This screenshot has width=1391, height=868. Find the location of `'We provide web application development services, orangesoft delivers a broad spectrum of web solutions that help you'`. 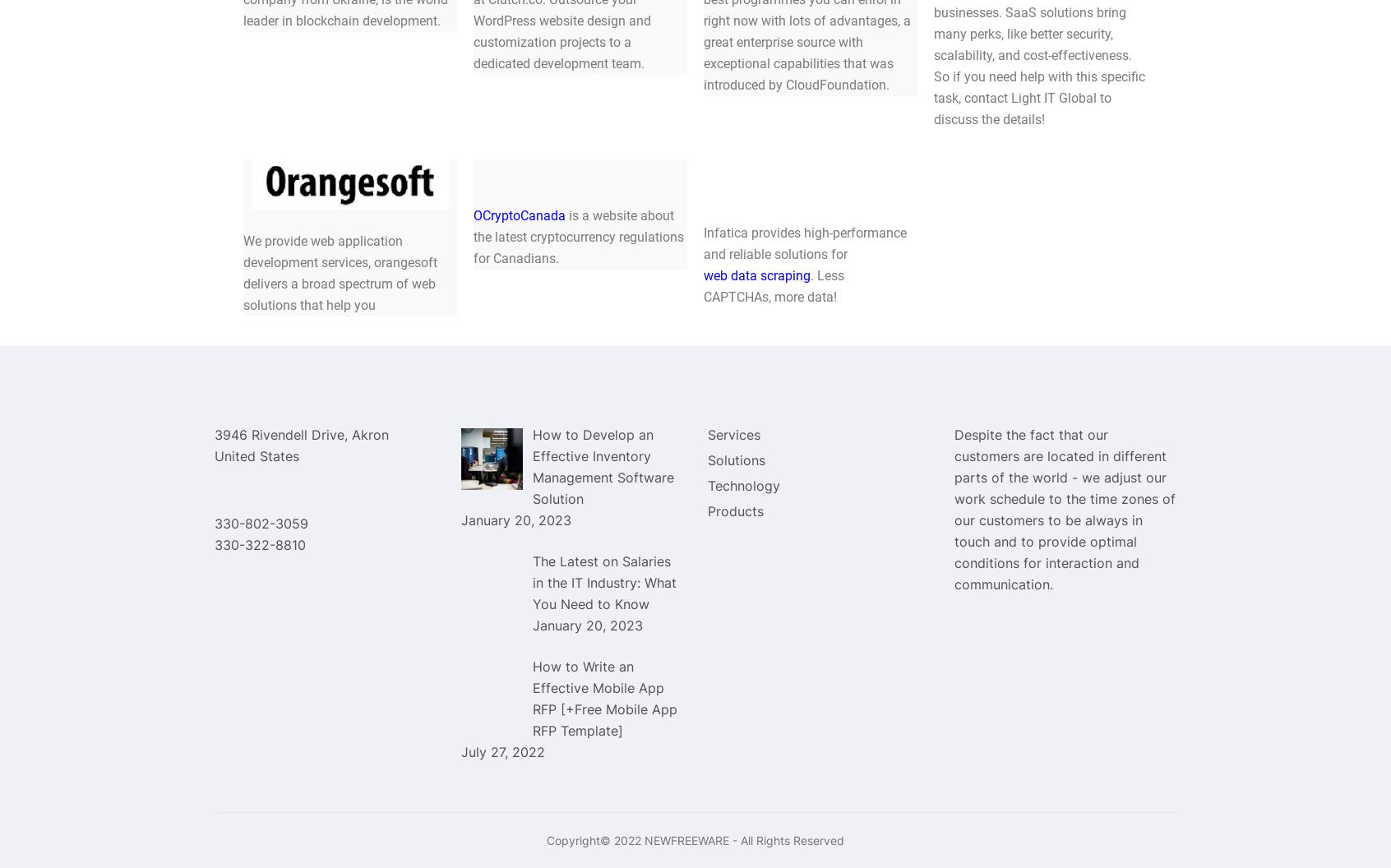

'We provide web application development services, orangesoft delivers a broad spectrum of web solutions that help you' is located at coordinates (242, 271).